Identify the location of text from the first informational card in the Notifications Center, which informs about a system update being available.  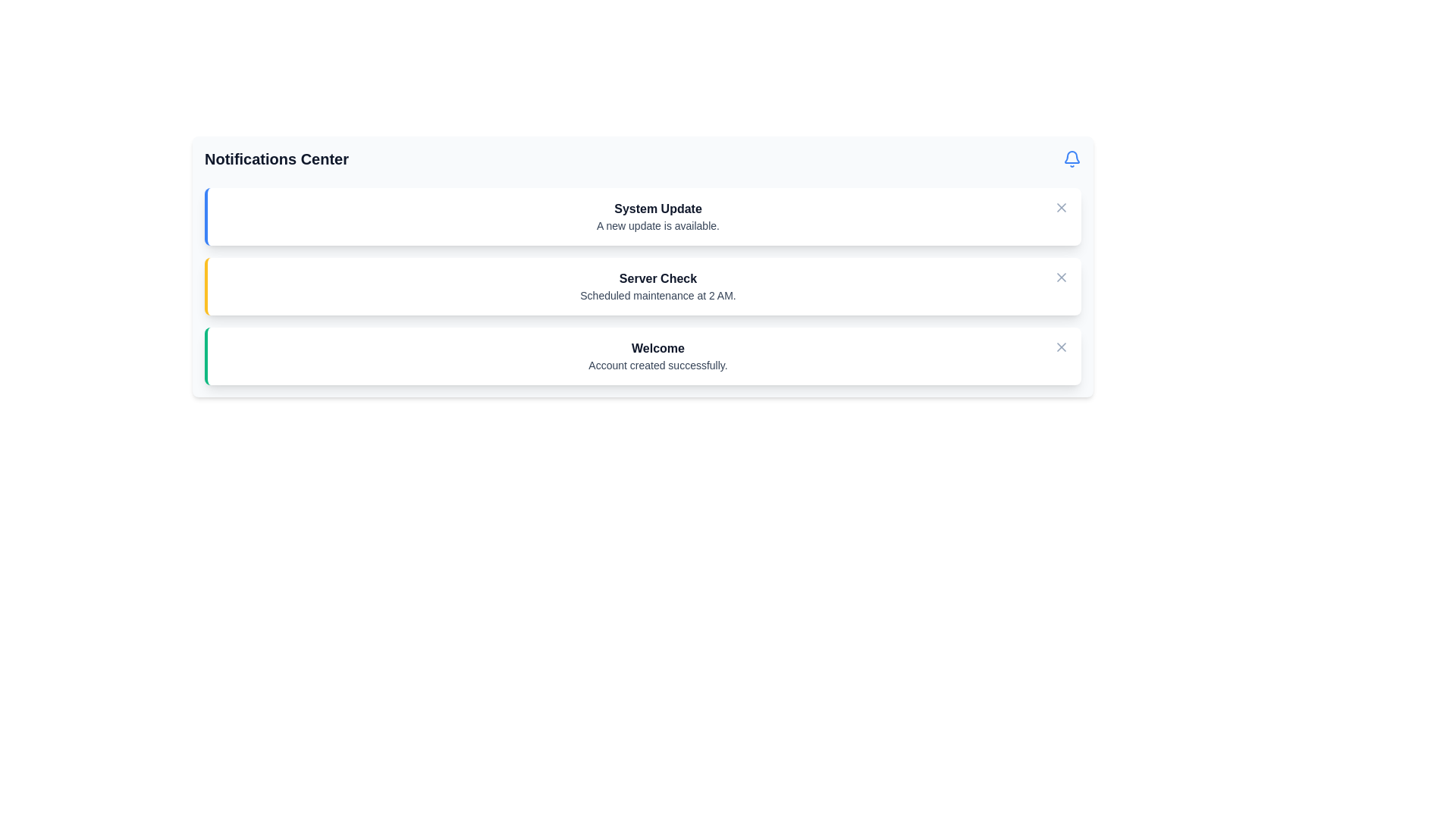
(658, 216).